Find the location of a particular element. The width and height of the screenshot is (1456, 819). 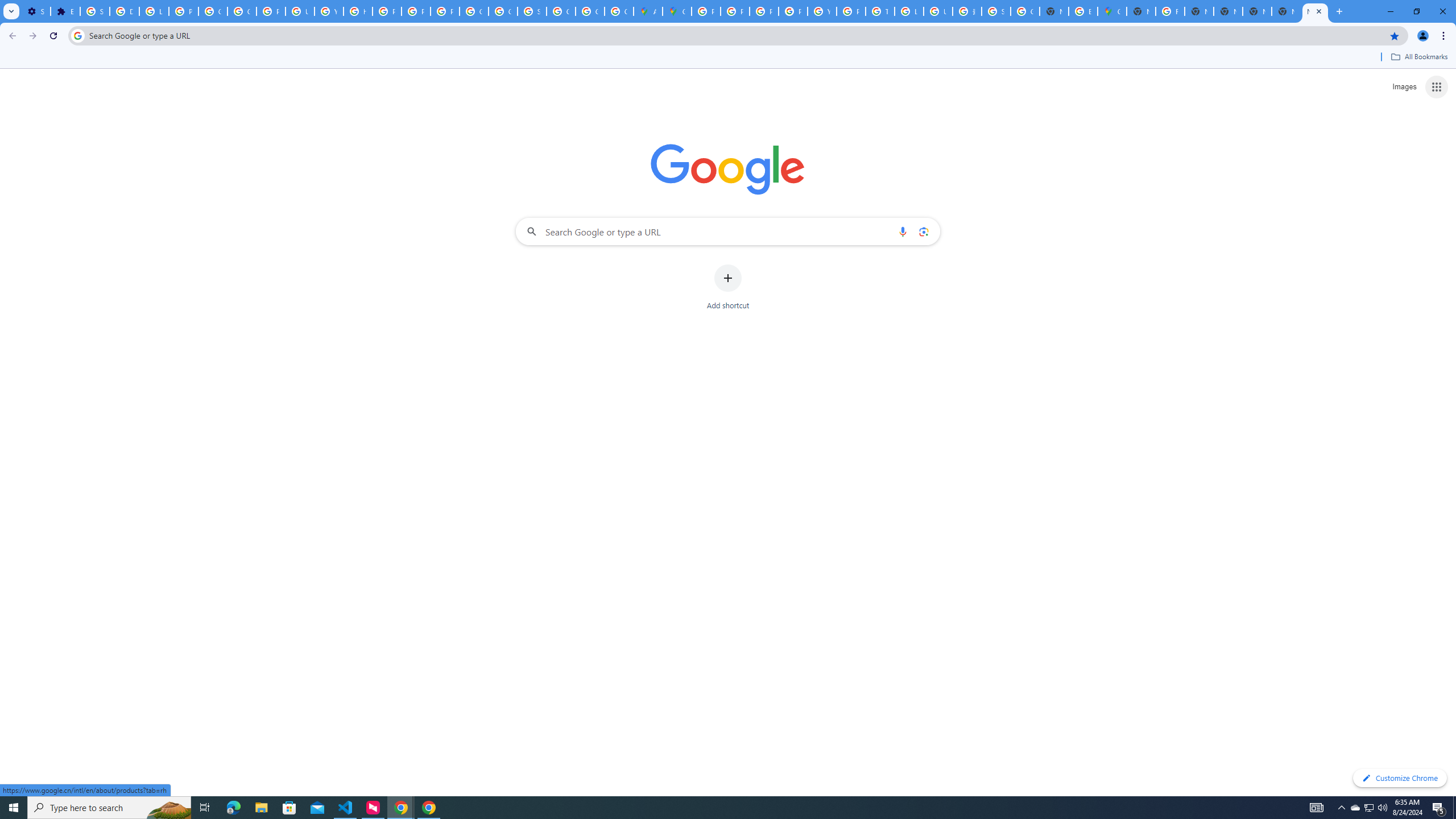

'Sign in - Google Accounts' is located at coordinates (95, 11).